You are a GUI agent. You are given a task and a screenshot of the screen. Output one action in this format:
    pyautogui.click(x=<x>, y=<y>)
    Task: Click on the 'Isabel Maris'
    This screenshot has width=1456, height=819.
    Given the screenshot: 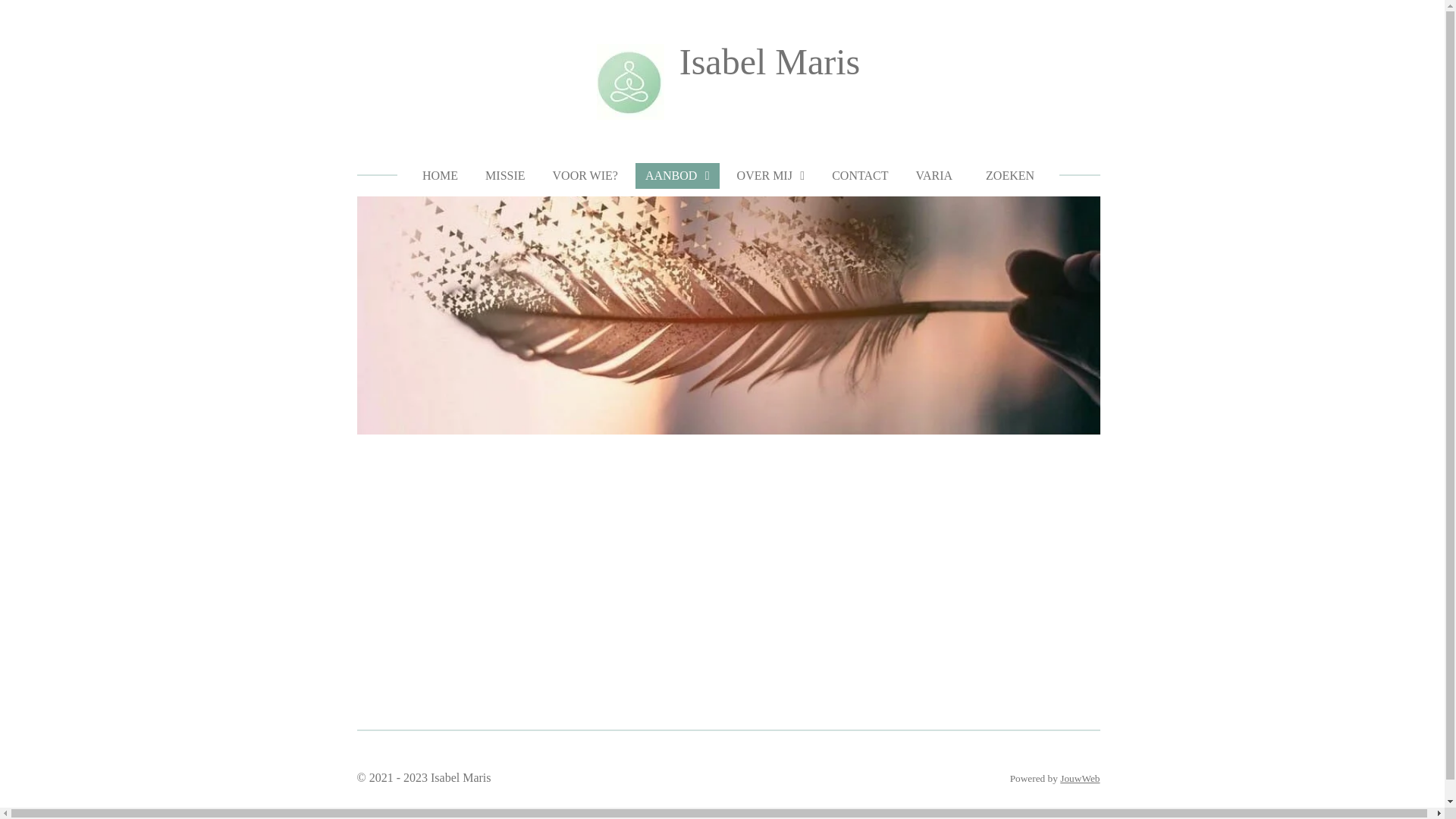 What is the action you would take?
    pyautogui.click(x=770, y=61)
    